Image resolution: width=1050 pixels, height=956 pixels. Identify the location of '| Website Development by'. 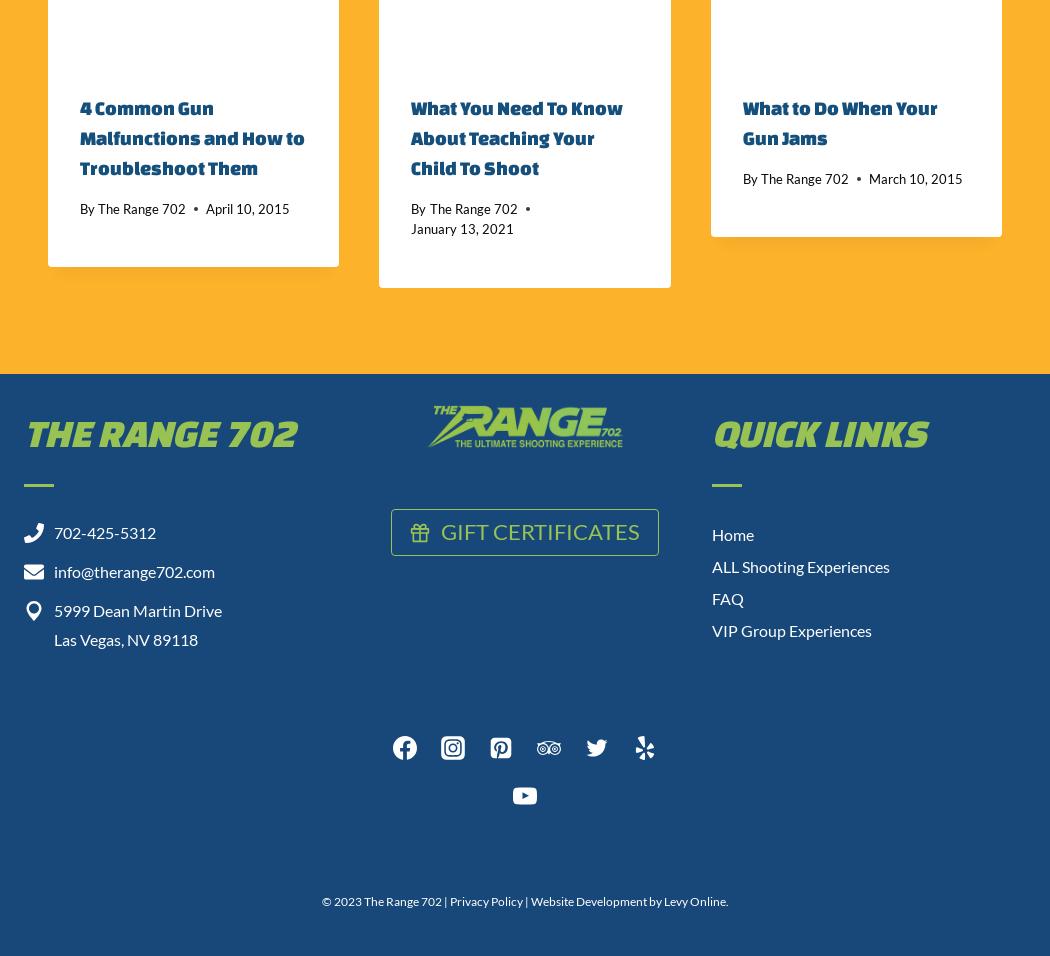
(520, 901).